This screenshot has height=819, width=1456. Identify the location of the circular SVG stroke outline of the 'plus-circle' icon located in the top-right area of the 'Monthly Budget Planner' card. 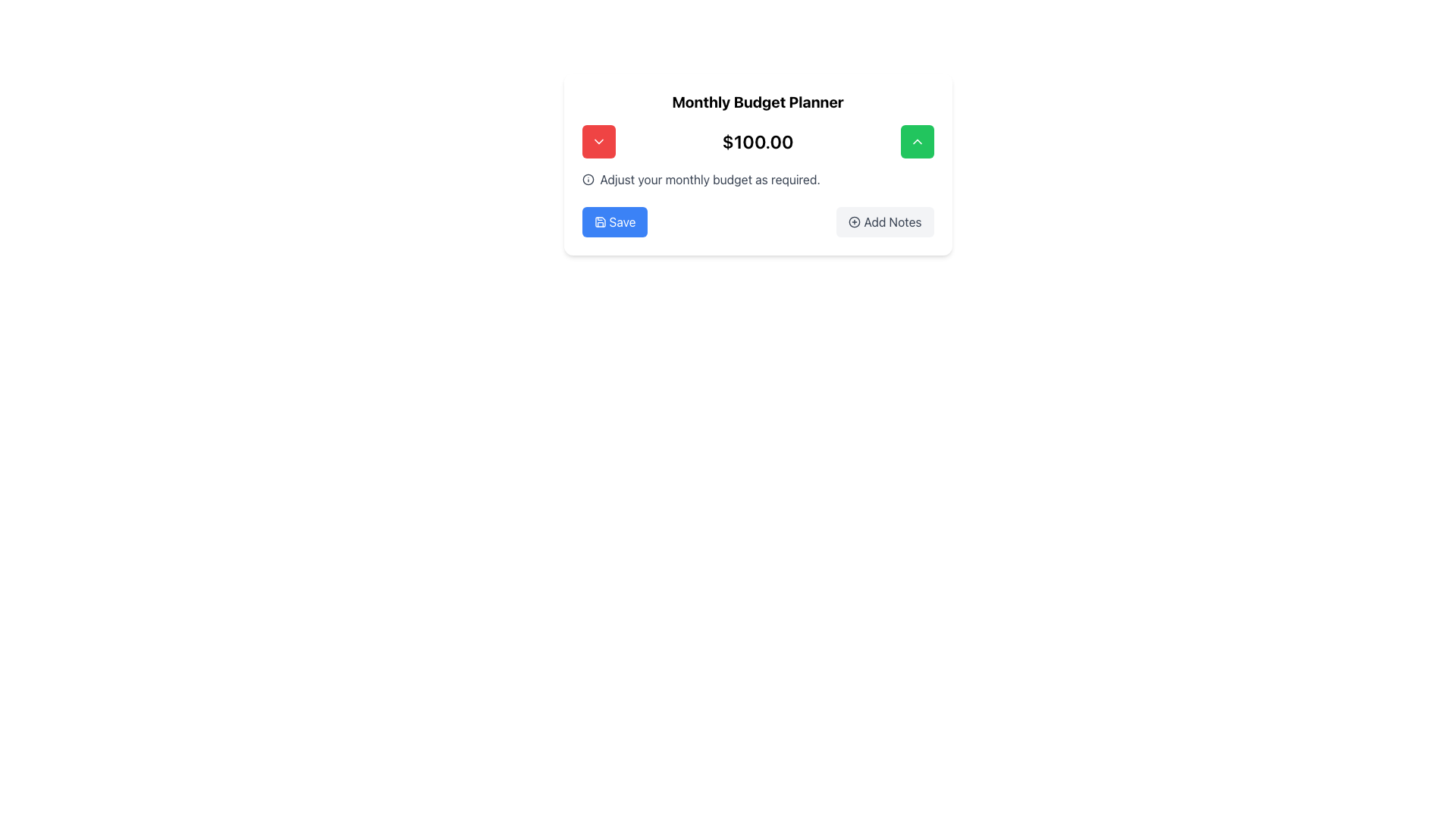
(855, 222).